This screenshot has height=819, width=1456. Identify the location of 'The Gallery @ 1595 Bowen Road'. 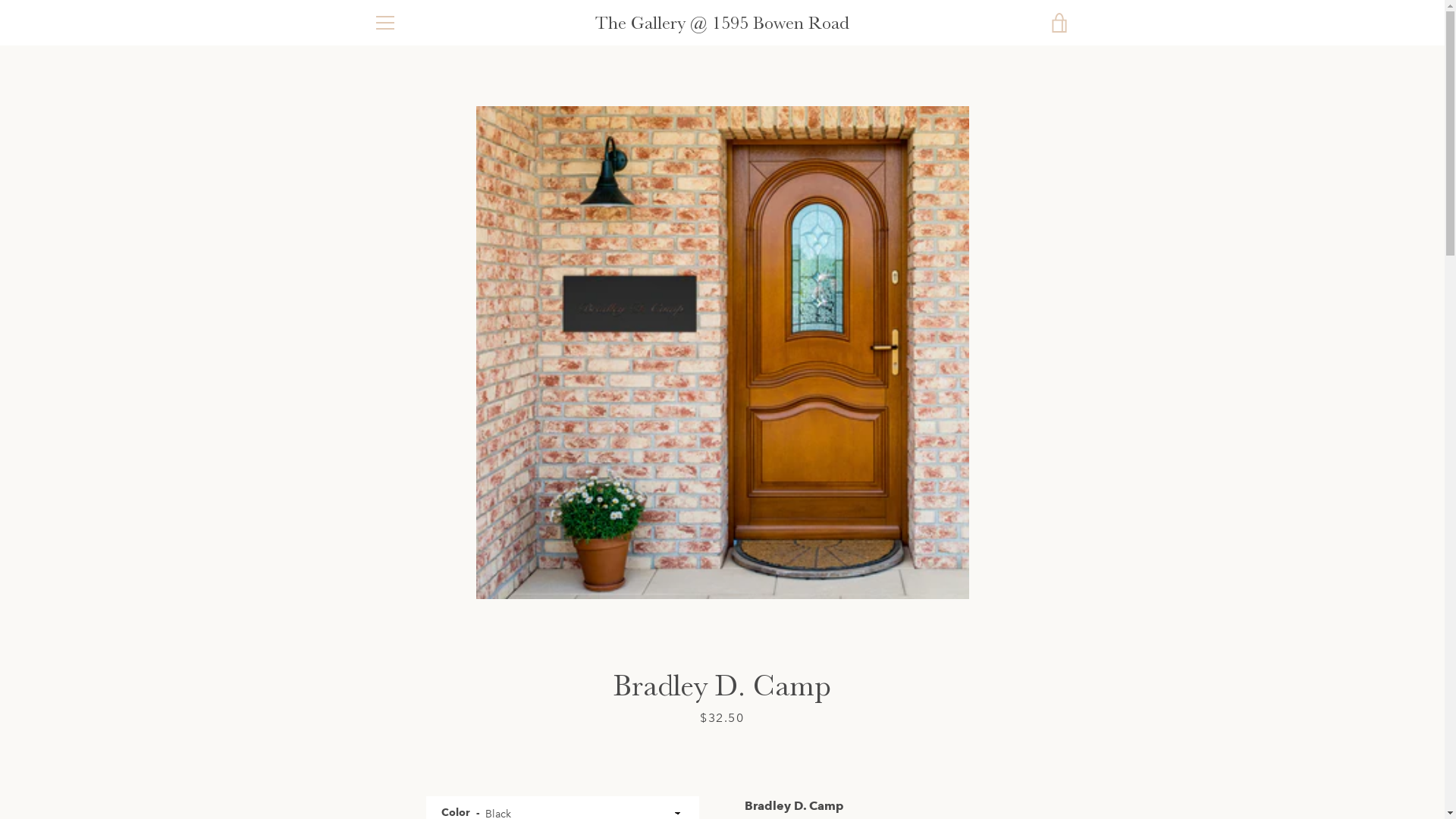
(721, 23).